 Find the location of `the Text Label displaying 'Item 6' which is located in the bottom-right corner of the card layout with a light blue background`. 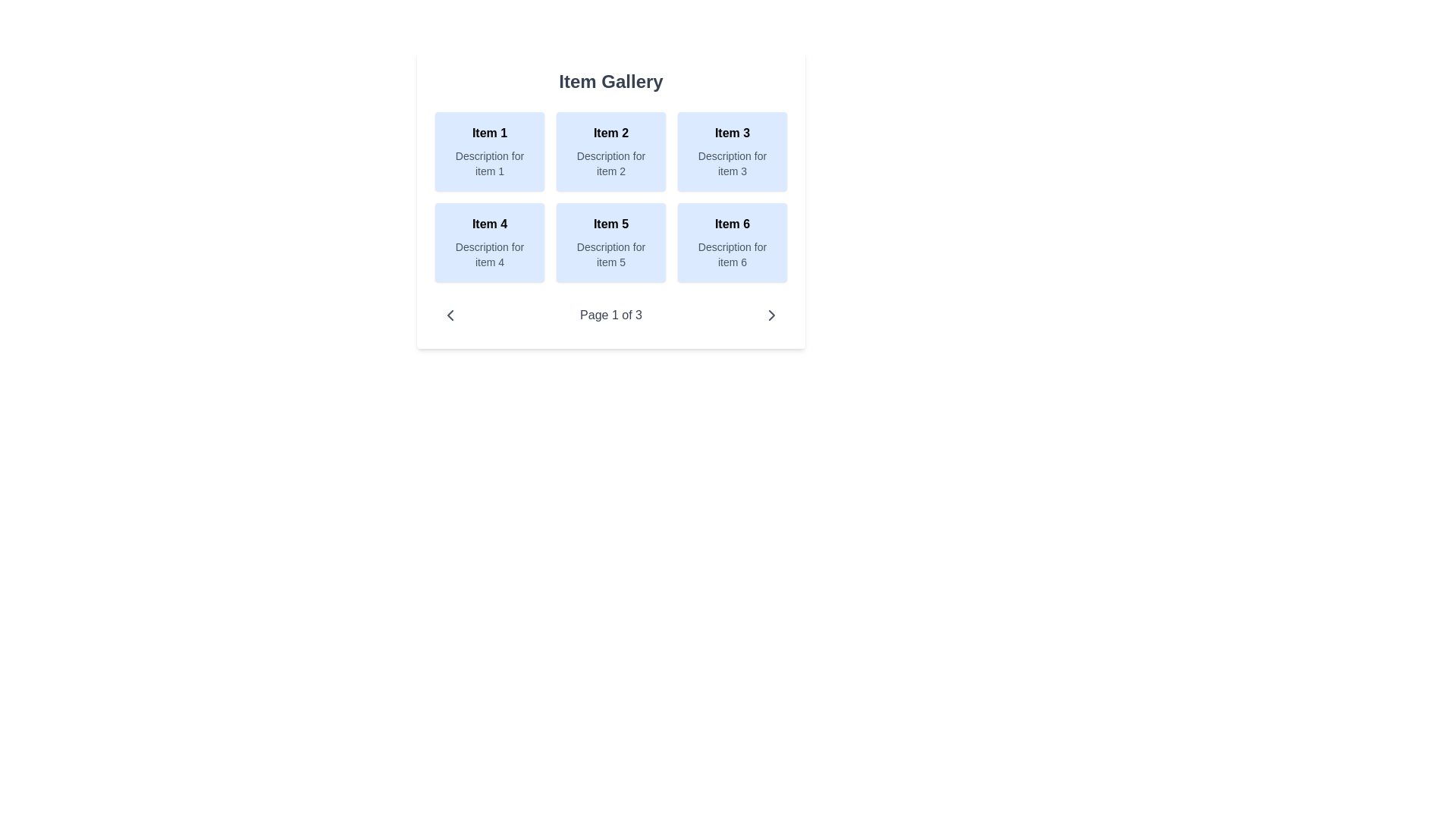

the Text Label displaying 'Item 6' which is located in the bottom-right corner of the card layout with a light blue background is located at coordinates (732, 224).